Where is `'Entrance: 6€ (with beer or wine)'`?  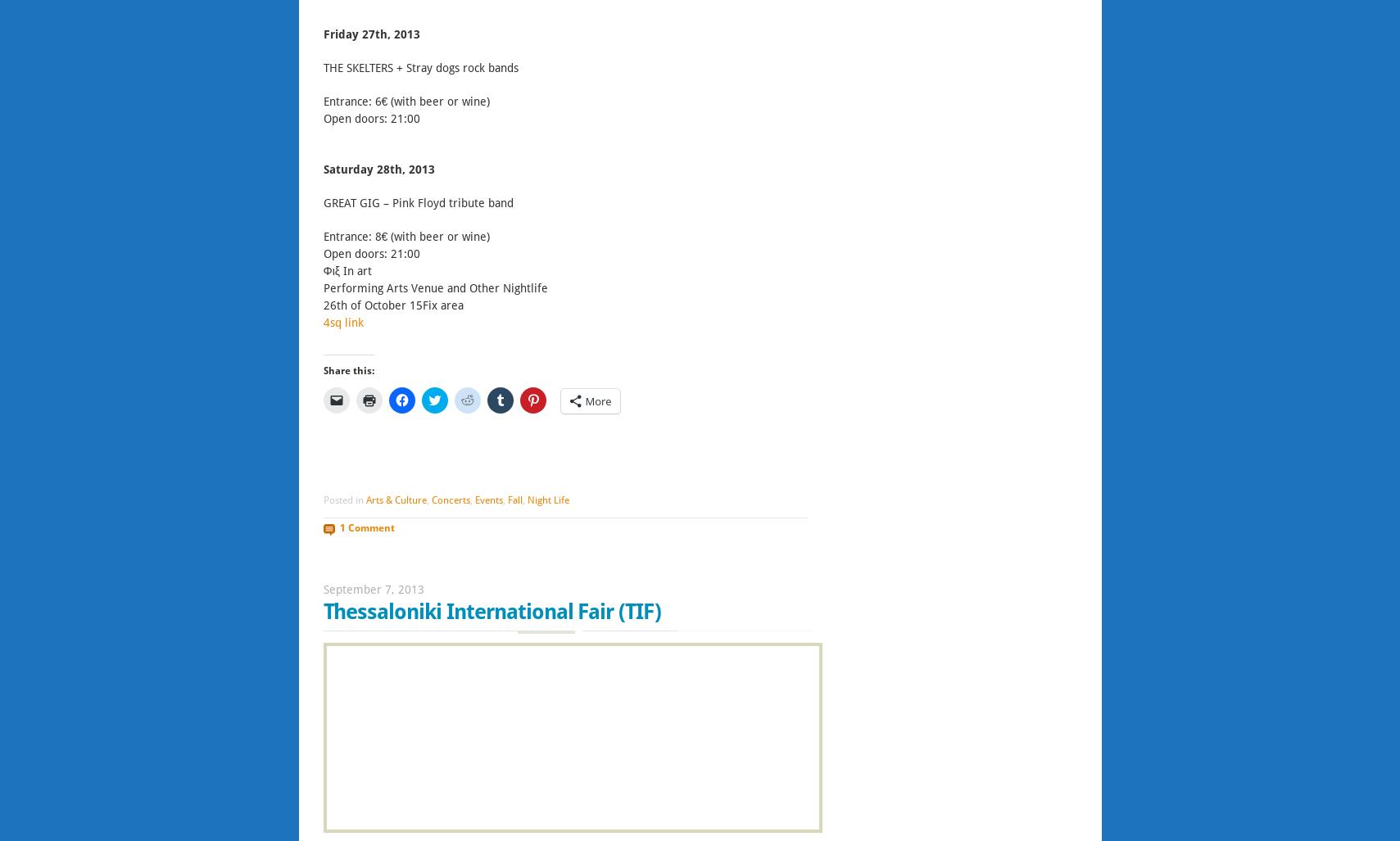 'Entrance: 6€ (with beer or wine)' is located at coordinates (405, 102).